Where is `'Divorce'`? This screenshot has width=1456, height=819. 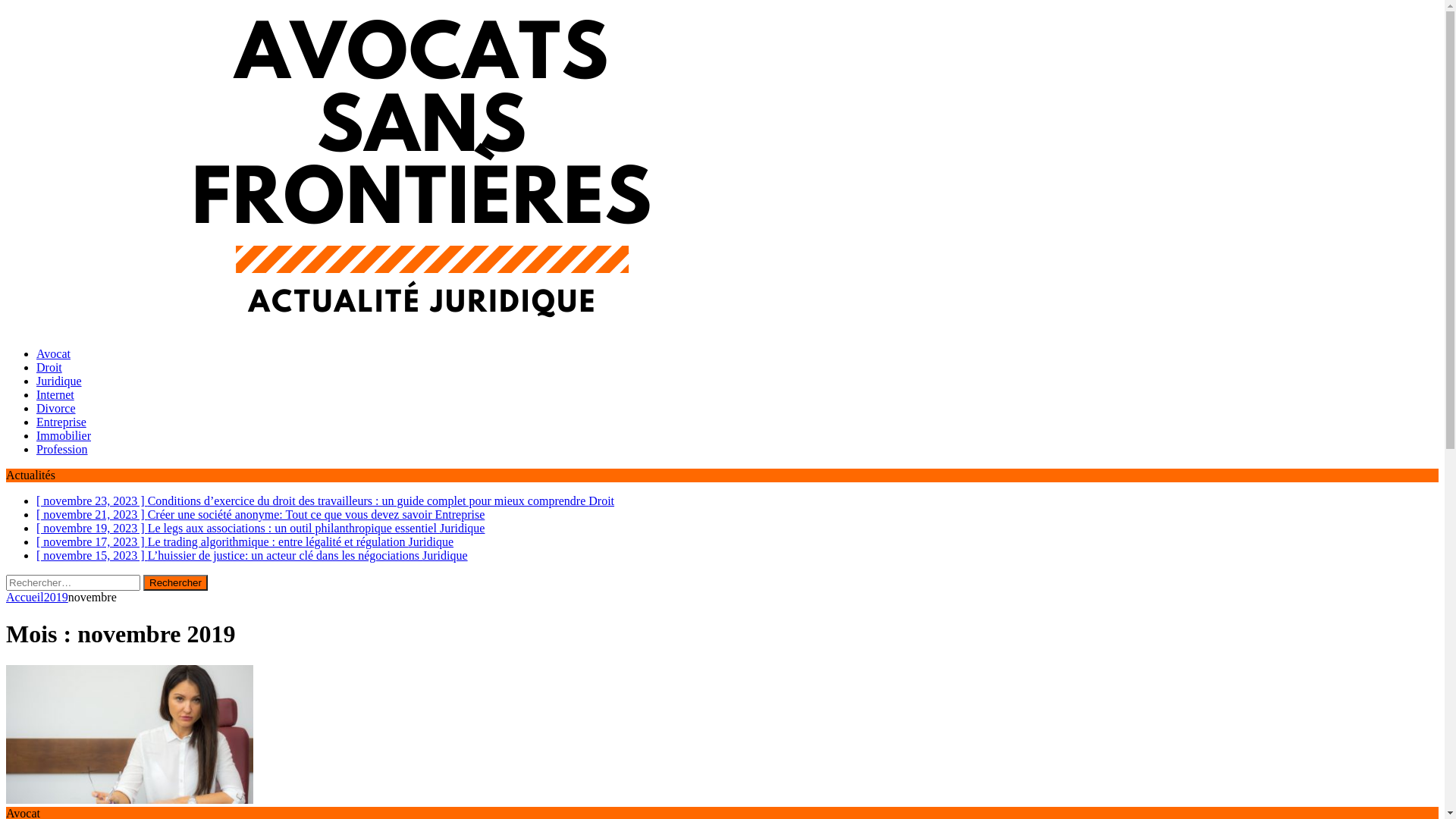 'Divorce' is located at coordinates (55, 407).